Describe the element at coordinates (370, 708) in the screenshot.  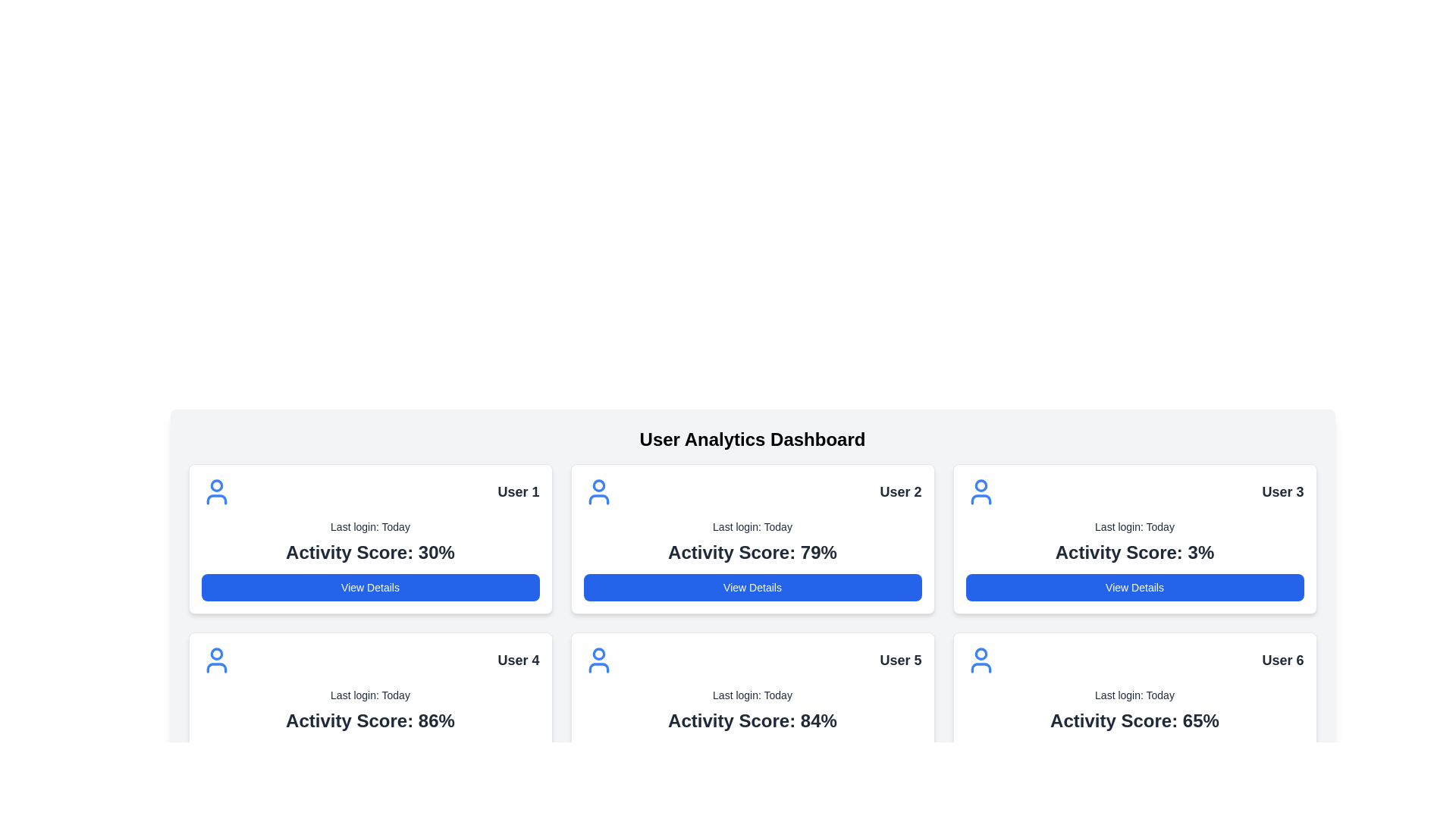
I see `the Information card for 'User 4', which displays their last login time and activity score, located in the second row, first column of a grid layout` at that location.